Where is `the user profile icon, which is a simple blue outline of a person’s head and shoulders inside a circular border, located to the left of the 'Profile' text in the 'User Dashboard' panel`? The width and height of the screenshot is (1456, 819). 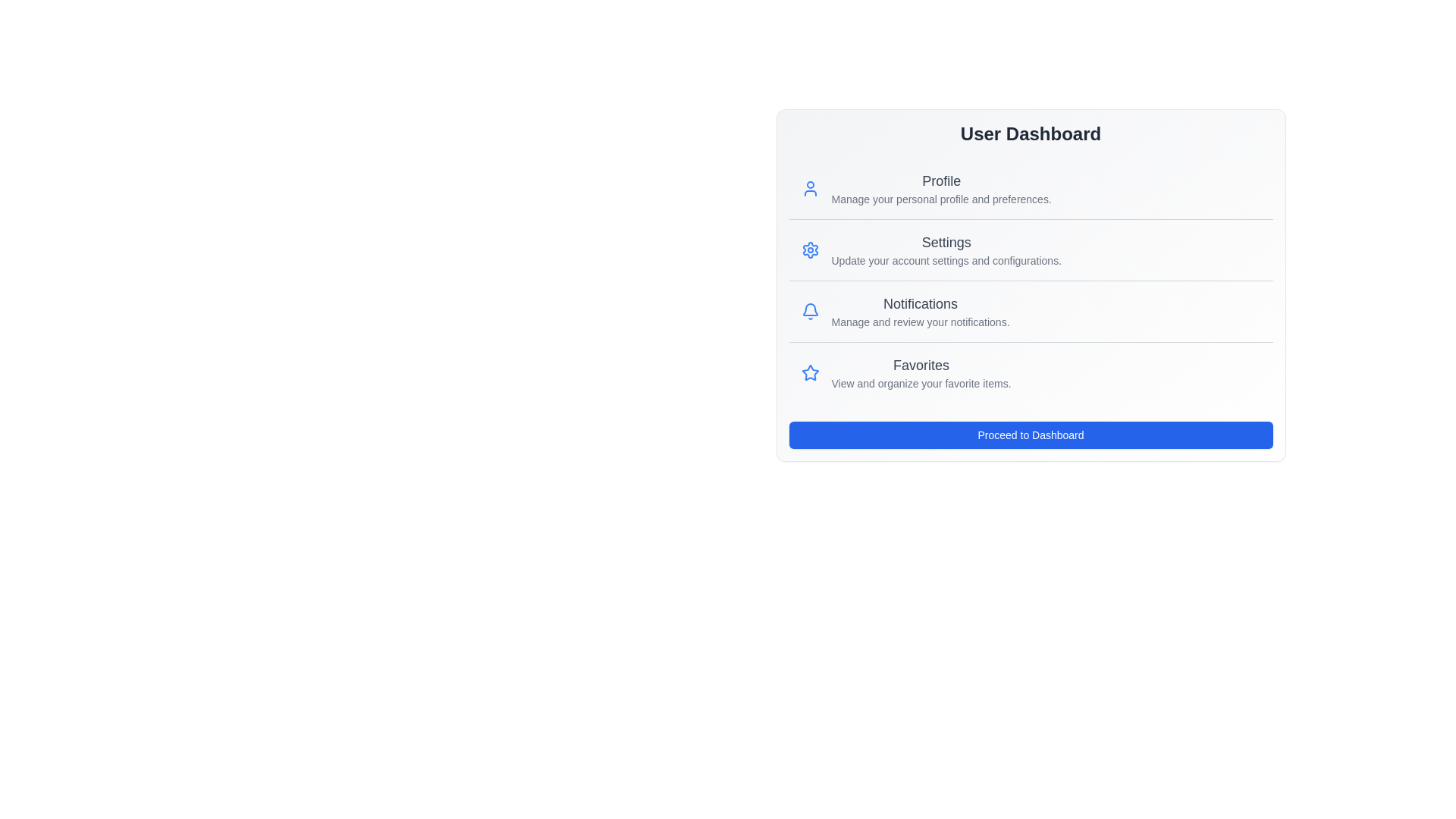 the user profile icon, which is a simple blue outline of a person’s head and shoulders inside a circular border, located to the left of the 'Profile' text in the 'User Dashboard' panel is located at coordinates (809, 188).